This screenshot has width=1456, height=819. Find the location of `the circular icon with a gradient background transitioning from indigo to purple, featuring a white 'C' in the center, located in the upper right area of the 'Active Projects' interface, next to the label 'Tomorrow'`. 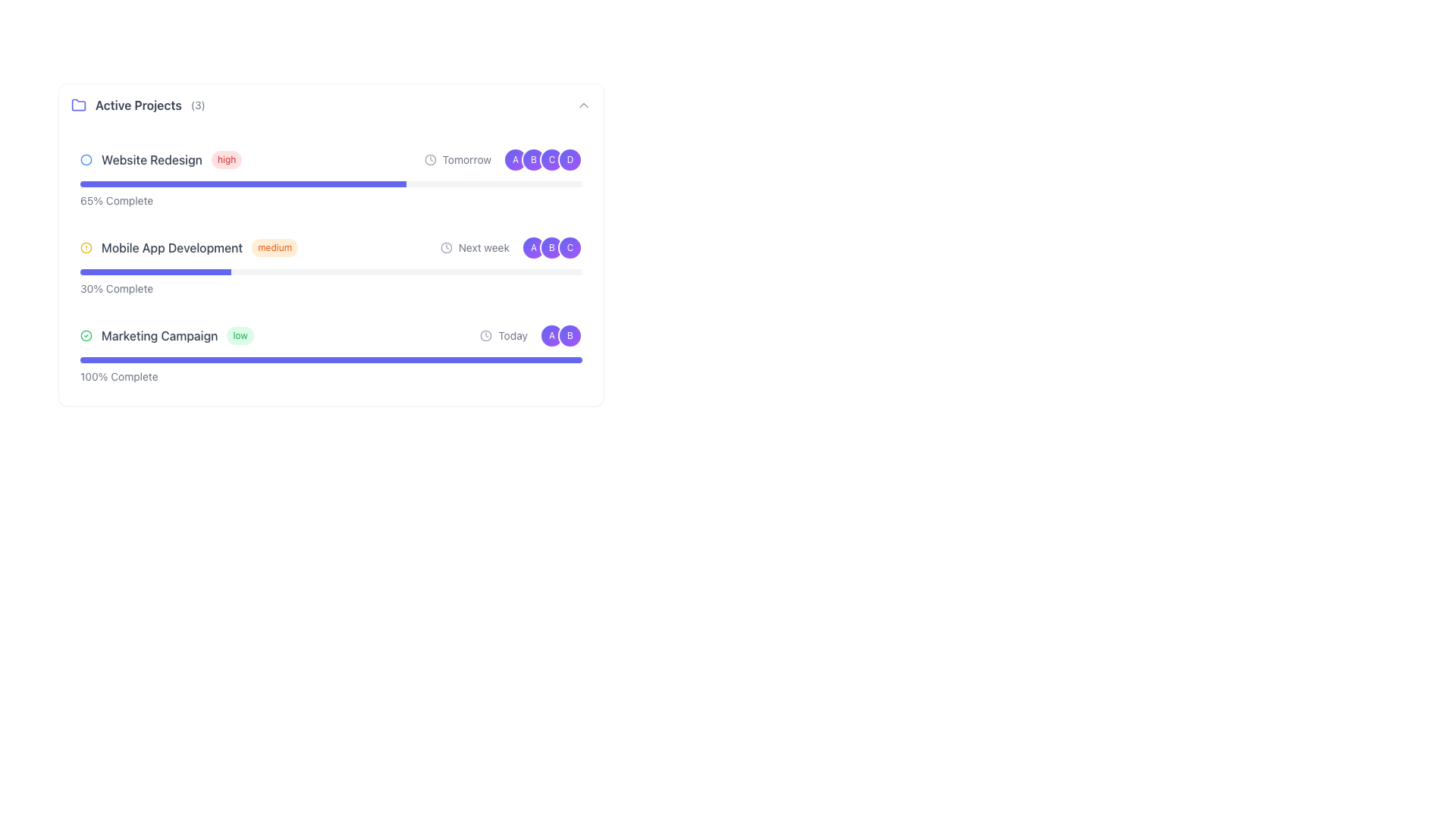

the circular icon with a gradient background transitioning from indigo to purple, featuring a white 'C' in the center, located in the upper right area of the 'Active Projects' interface, next to the label 'Tomorrow' is located at coordinates (551, 160).